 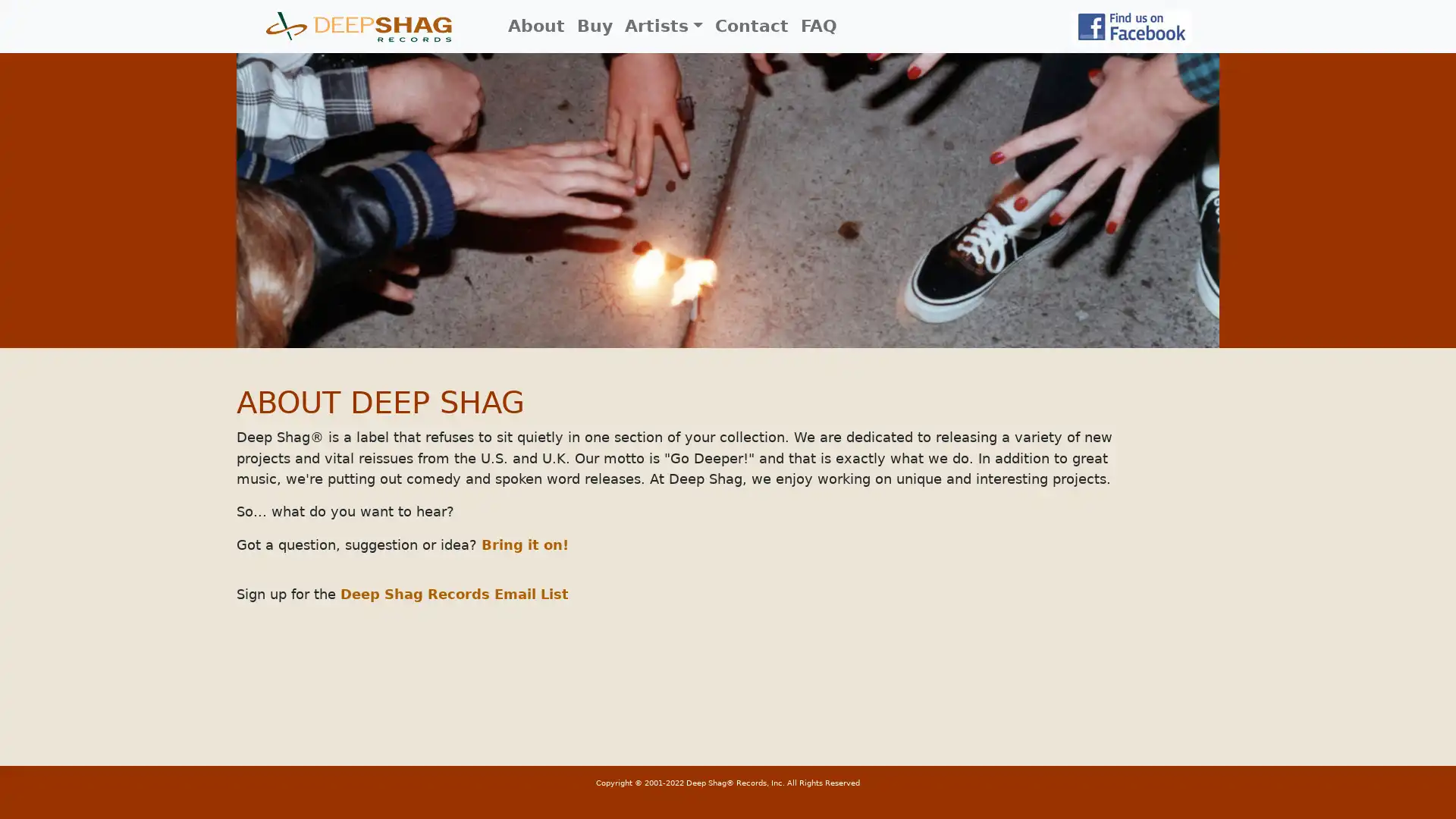 What do you see at coordinates (663, 26) in the screenshot?
I see `Artists` at bounding box center [663, 26].